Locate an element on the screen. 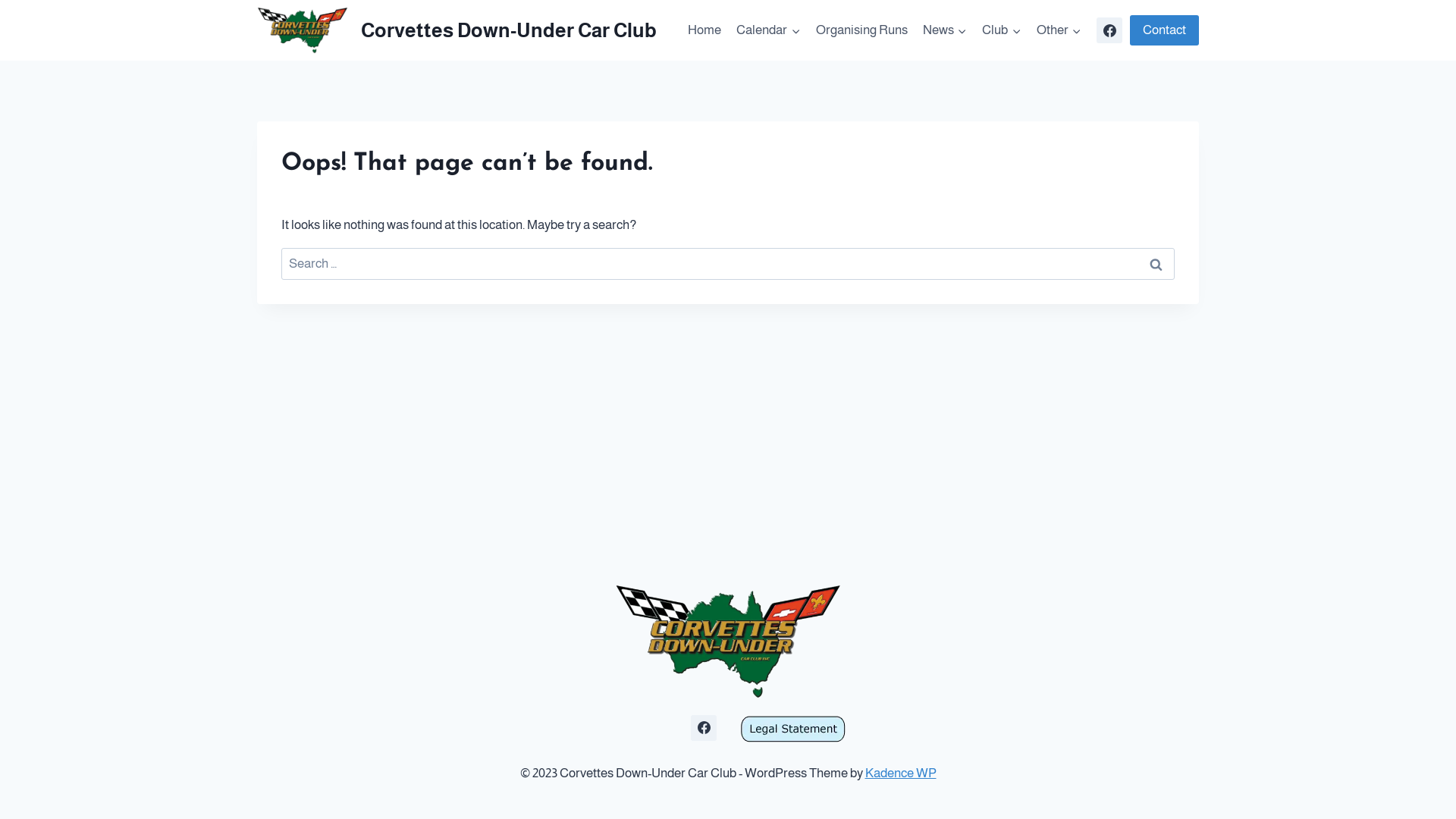 Image resolution: width=1456 pixels, height=819 pixels. 'Club' is located at coordinates (974, 30).